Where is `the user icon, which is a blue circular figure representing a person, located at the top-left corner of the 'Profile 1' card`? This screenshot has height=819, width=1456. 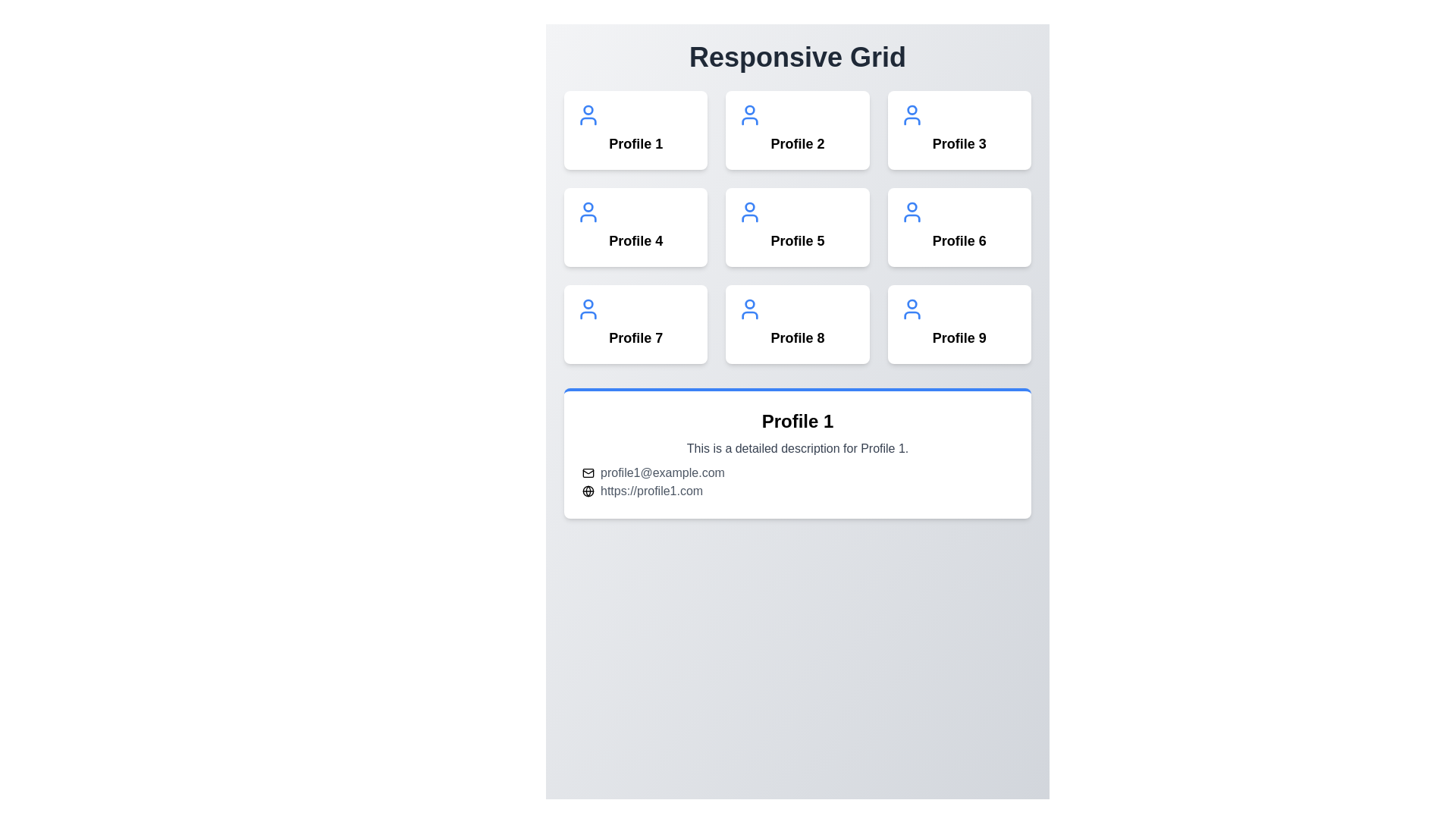
the user icon, which is a blue circular figure representing a person, located at the top-left corner of the 'Profile 1' card is located at coordinates (588, 114).